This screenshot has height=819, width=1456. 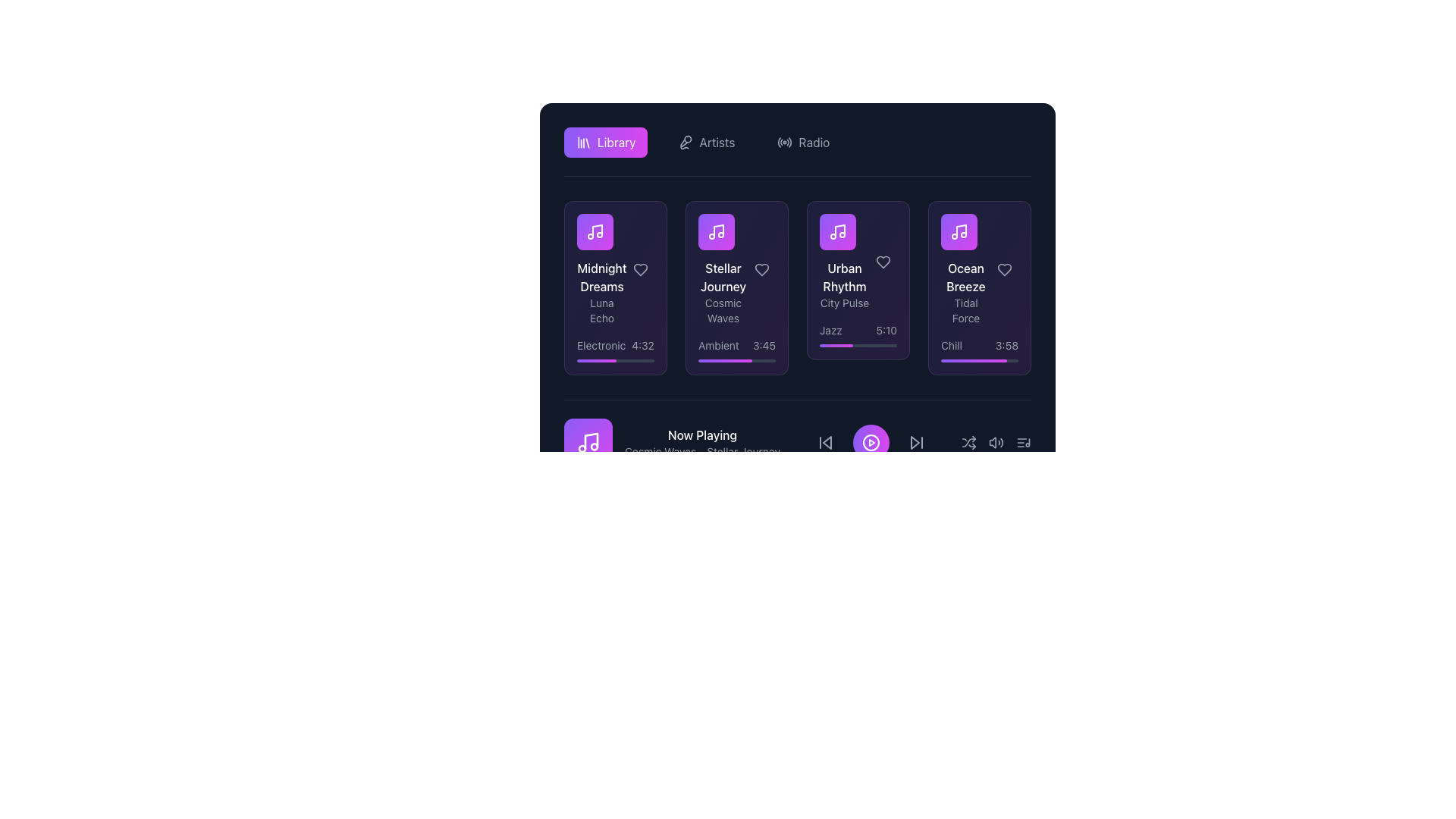 What do you see at coordinates (717, 345) in the screenshot?
I see `genre information text 'Ambient' located in the second card, positioned to the left of the time-duration '3:45'` at bounding box center [717, 345].